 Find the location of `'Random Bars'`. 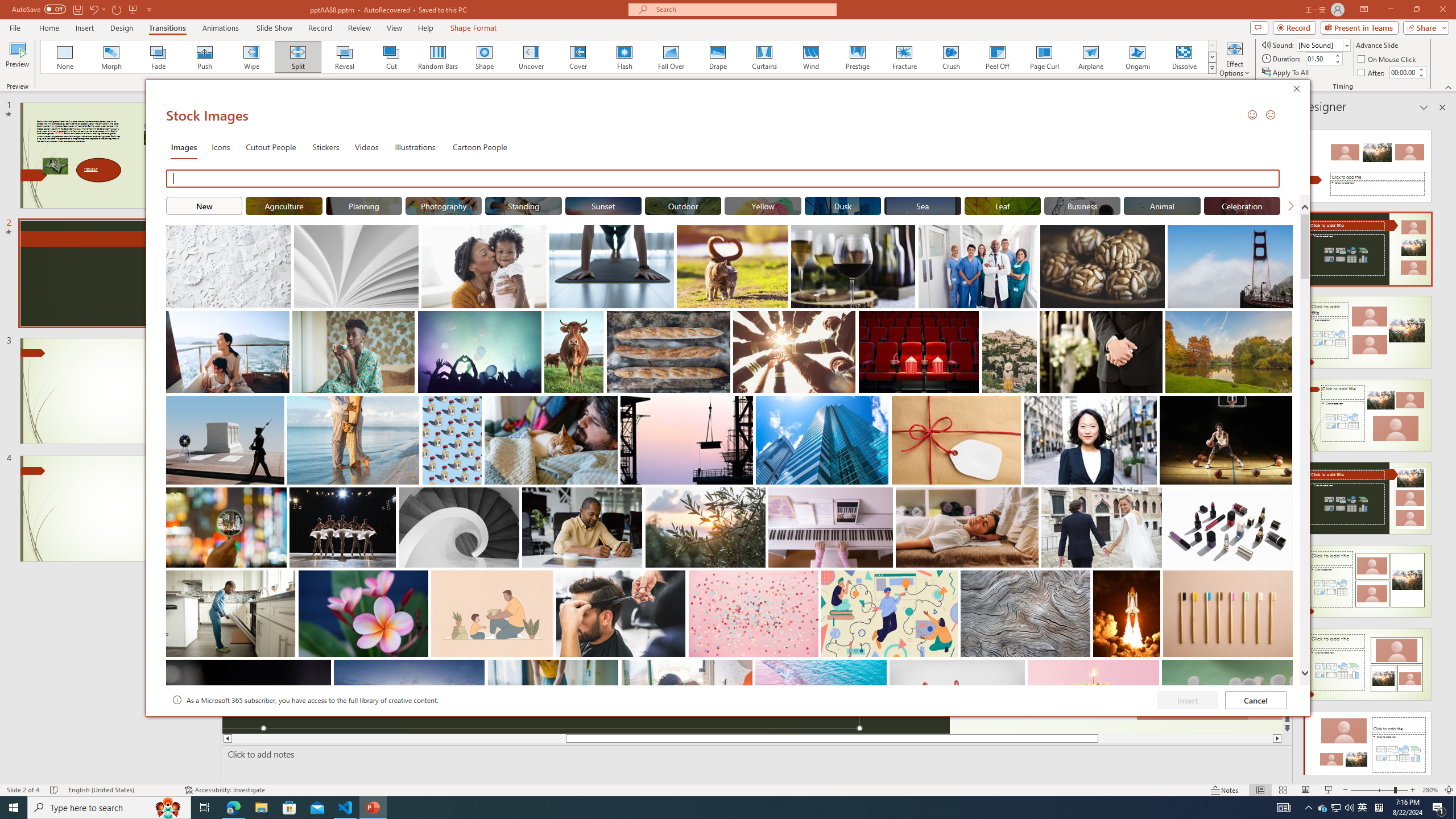

'Random Bars' is located at coordinates (438, 56).